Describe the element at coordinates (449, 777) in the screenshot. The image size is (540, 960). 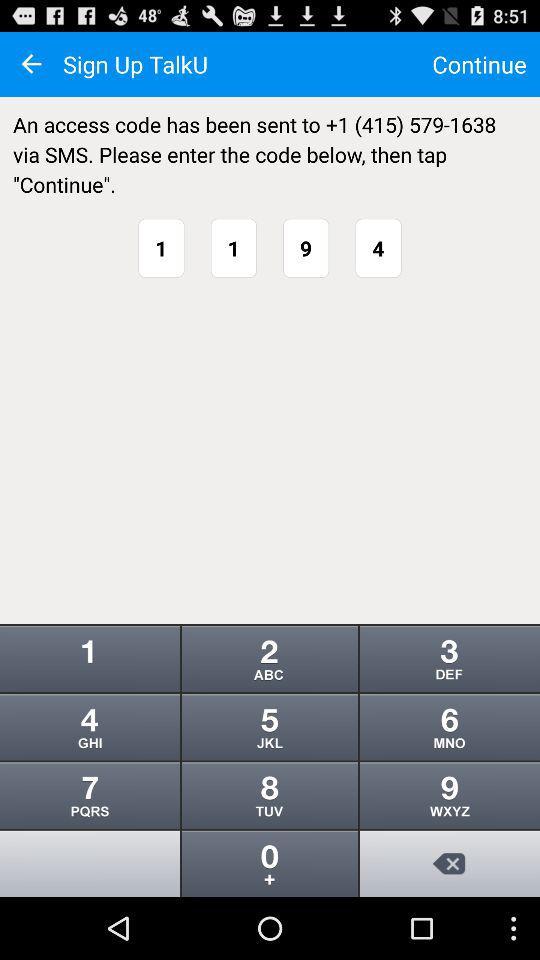
I see `the more icon` at that location.